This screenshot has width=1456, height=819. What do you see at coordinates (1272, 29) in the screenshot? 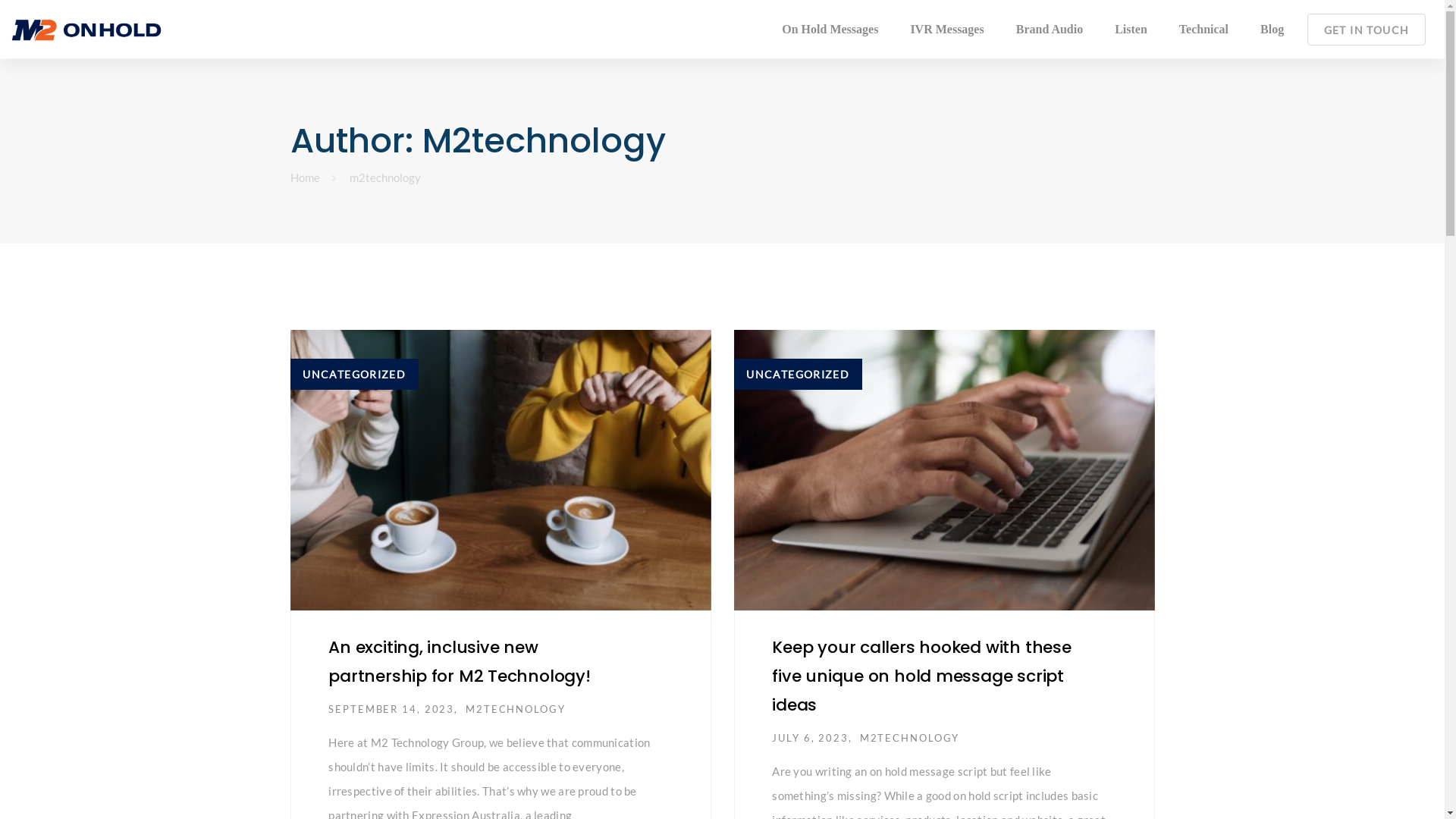
I see `'Blog'` at bounding box center [1272, 29].